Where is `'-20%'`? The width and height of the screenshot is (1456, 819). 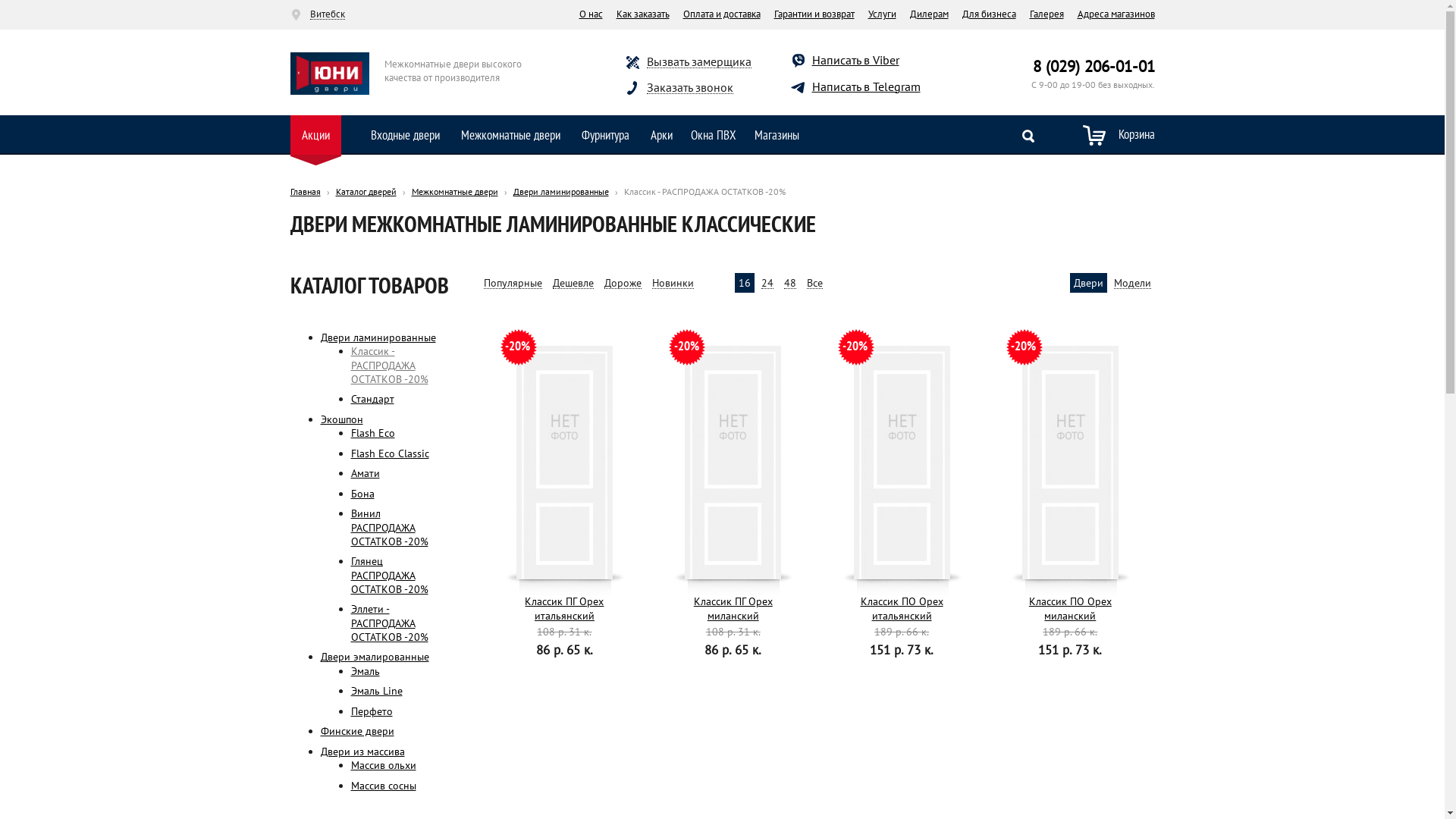
'-20%' is located at coordinates (902, 461).